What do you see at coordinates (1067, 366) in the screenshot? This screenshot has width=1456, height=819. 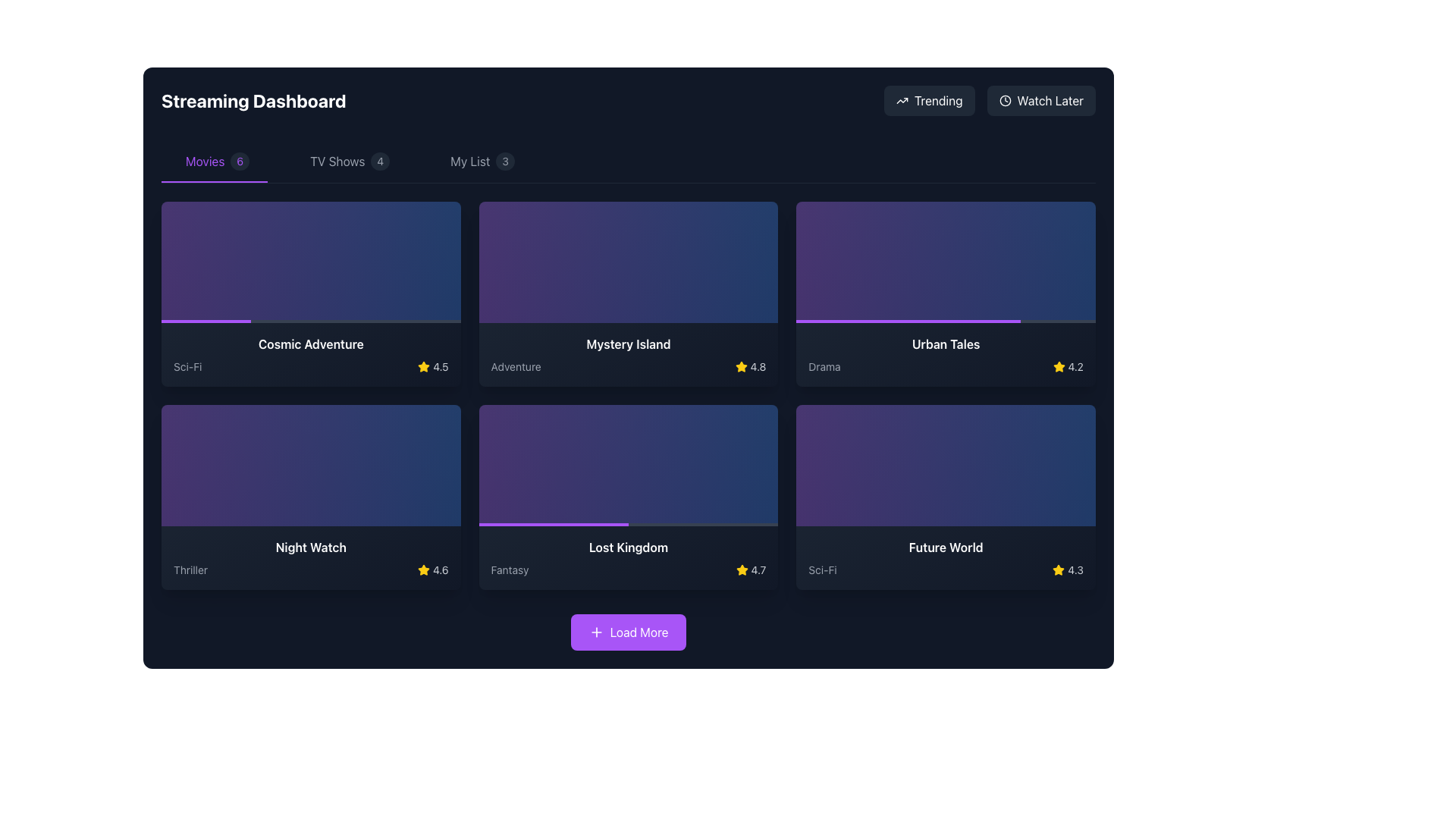 I see `the rating value displayed as '4.2' next to the golden star icon in the Drama section below the Urban Tales card` at bounding box center [1067, 366].